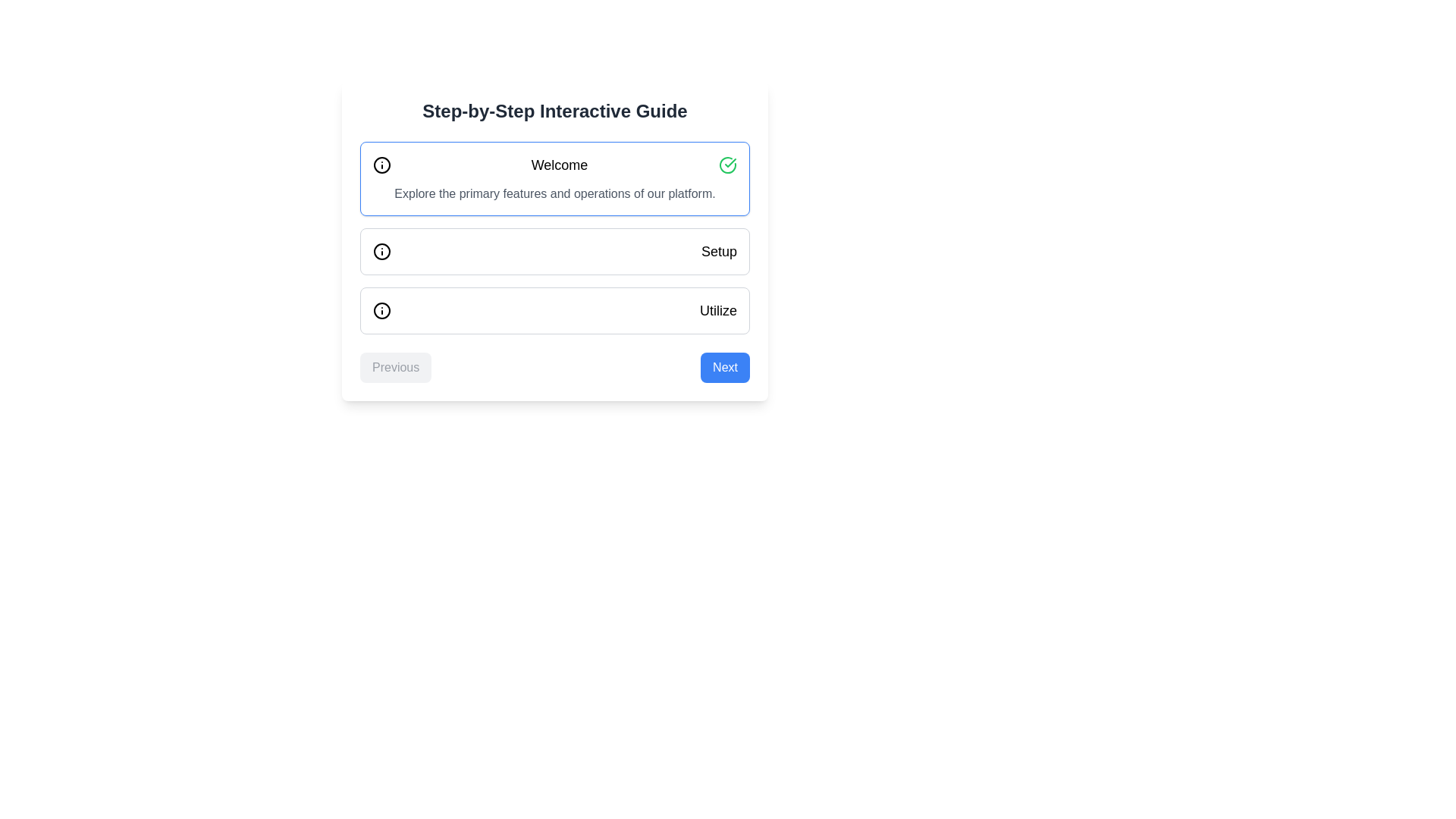 The width and height of the screenshot is (1456, 819). What do you see at coordinates (382, 165) in the screenshot?
I see `the SVG circle element that serves as a decorative boundary in the informational icon, positioned above the word 'Welcome'` at bounding box center [382, 165].